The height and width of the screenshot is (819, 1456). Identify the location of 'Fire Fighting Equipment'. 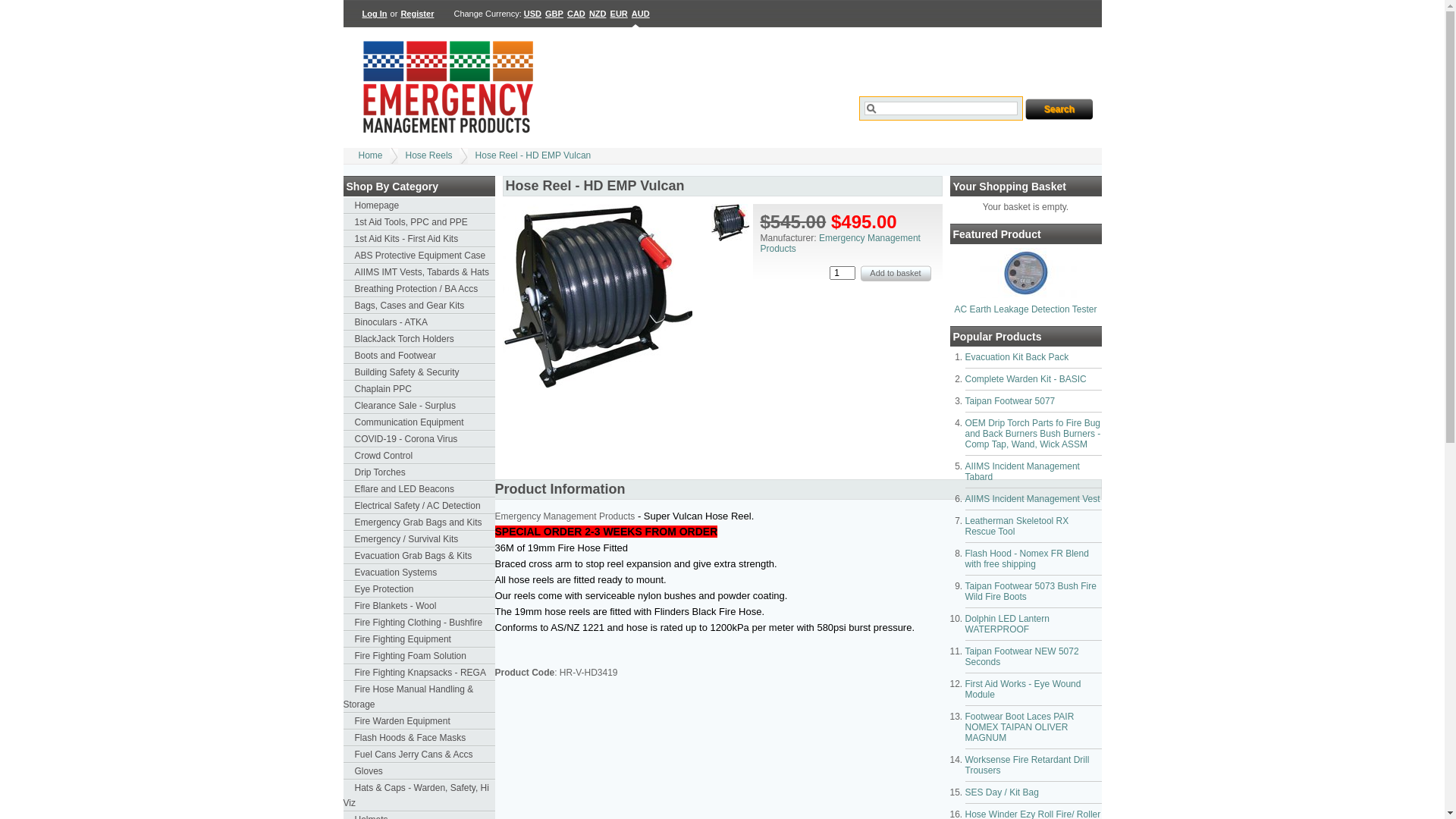
(419, 639).